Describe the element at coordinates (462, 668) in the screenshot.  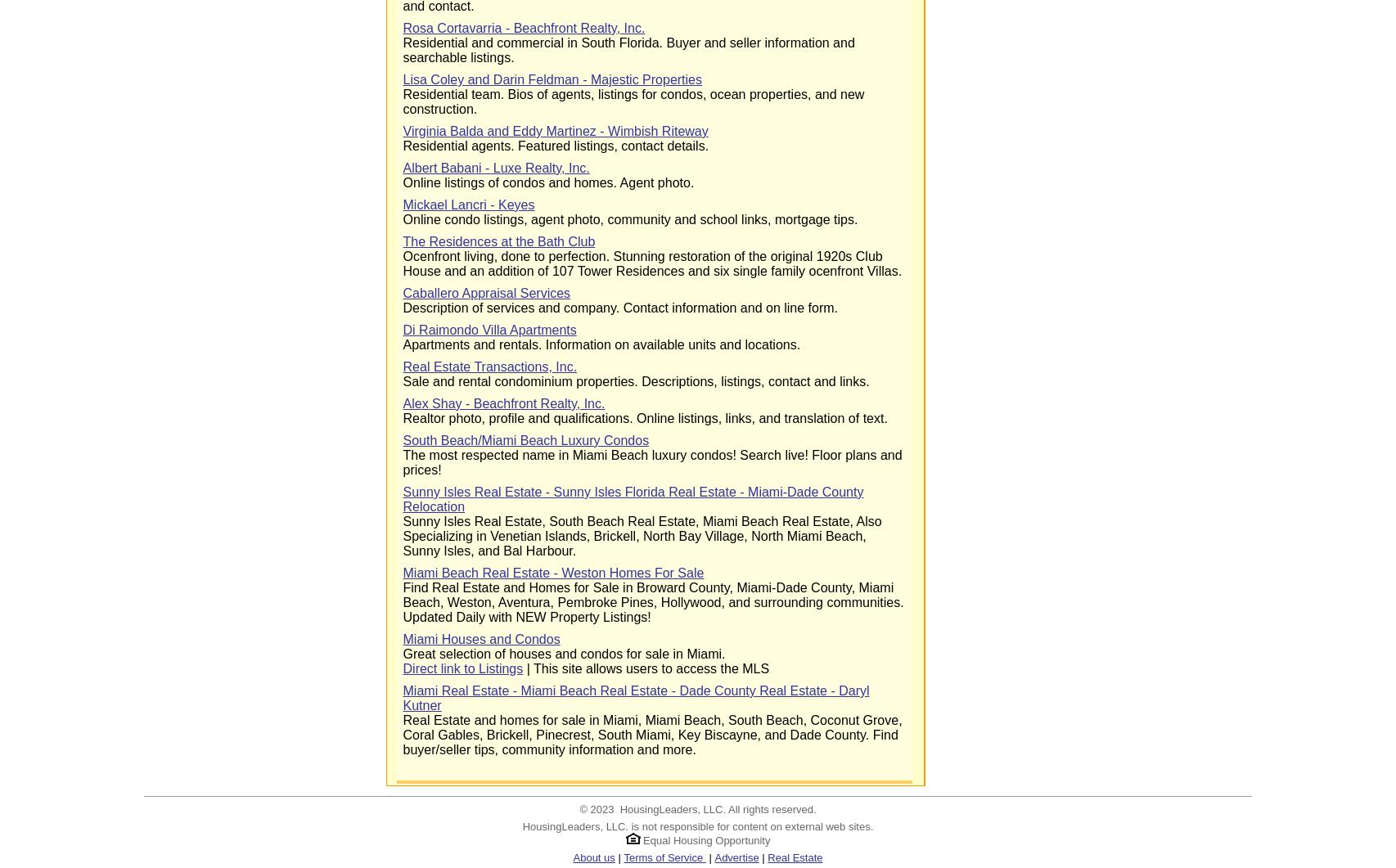
I see `'Direct link to Listings'` at that location.